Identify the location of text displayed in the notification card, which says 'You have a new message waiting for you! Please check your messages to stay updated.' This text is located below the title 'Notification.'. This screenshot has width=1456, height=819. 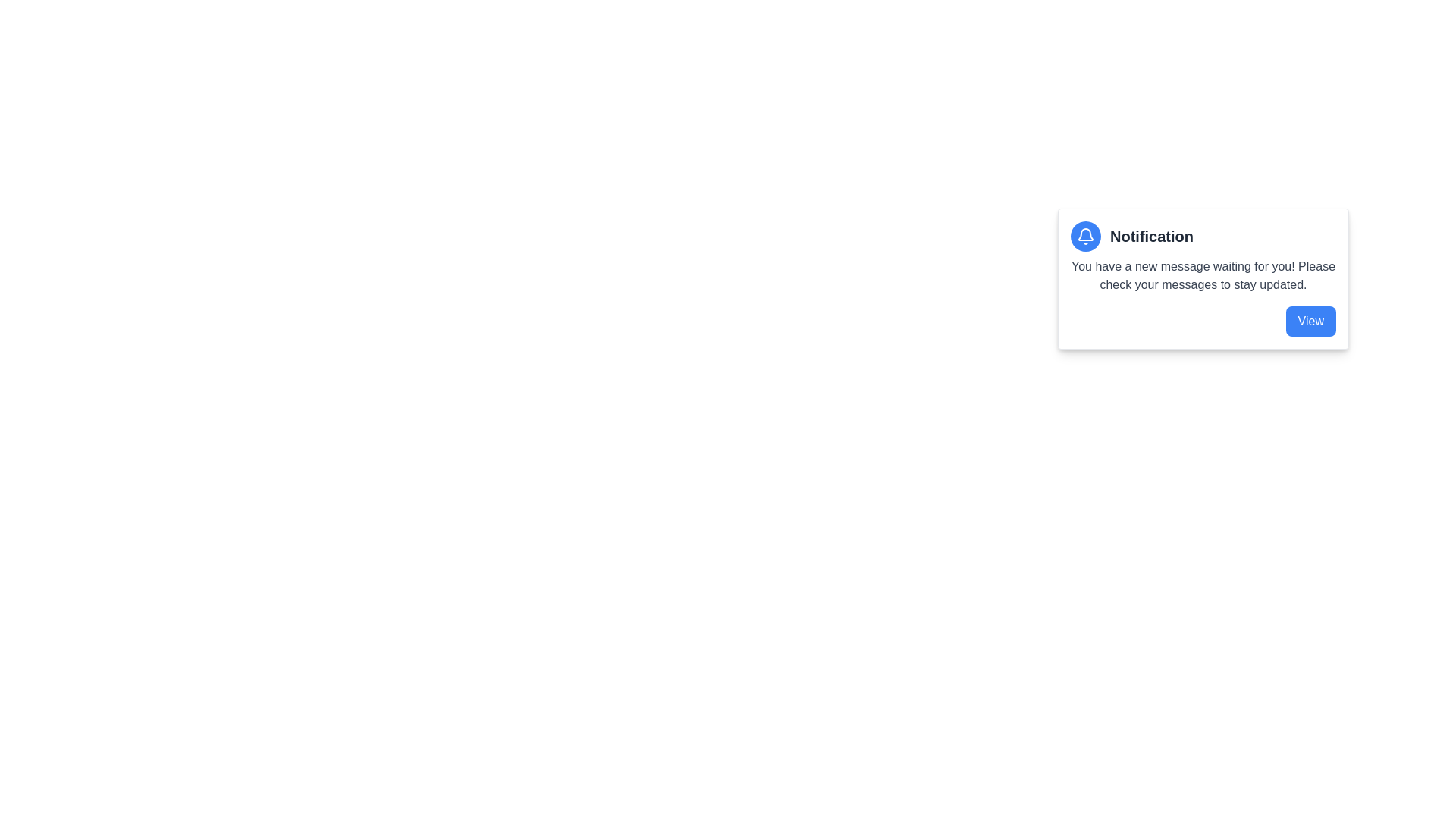
(1203, 275).